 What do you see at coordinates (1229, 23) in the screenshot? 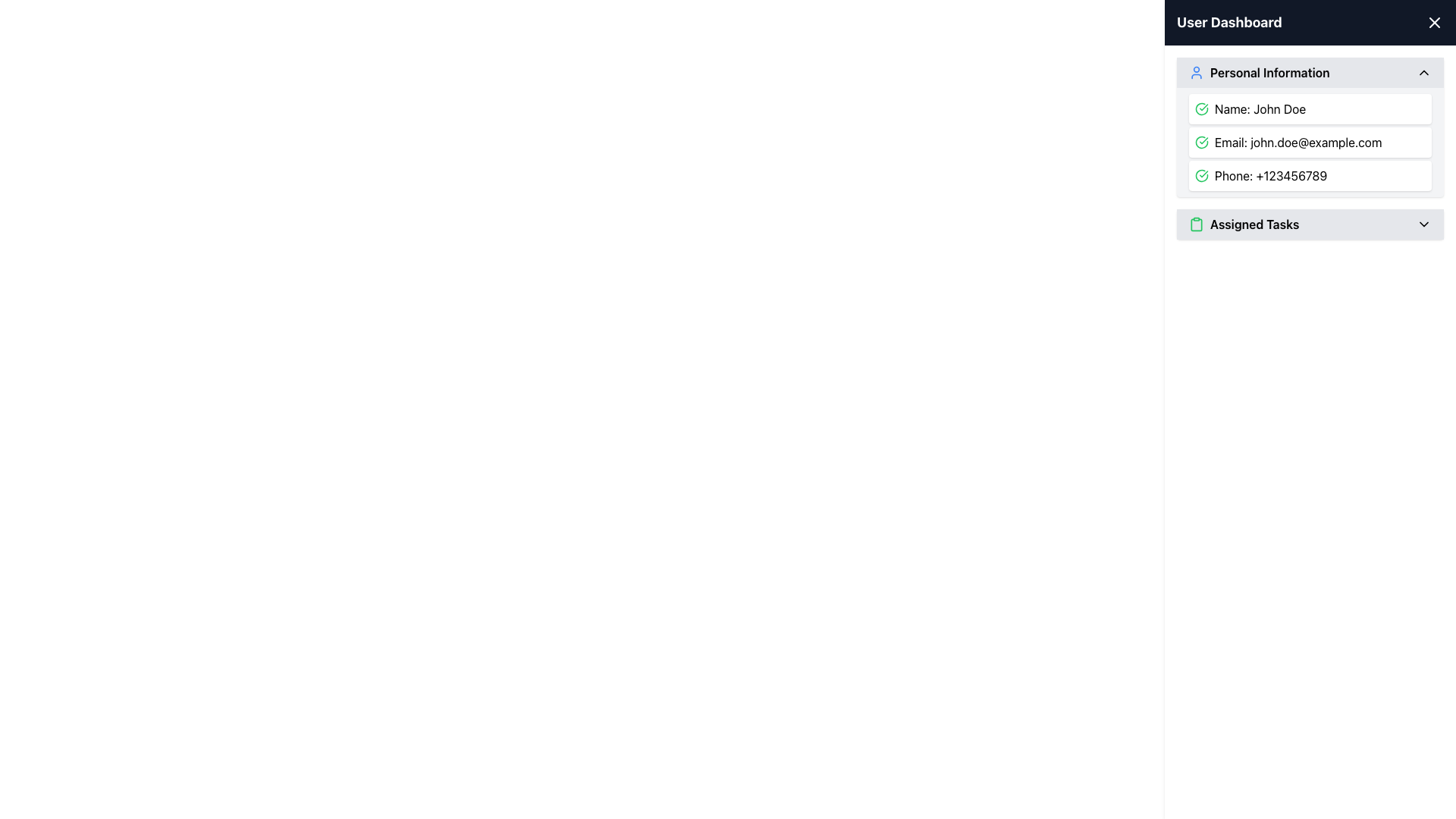
I see `the 'User Dashboard' text label, which is a bold, large white font on a dark blue background, located at the top of the sidebar` at bounding box center [1229, 23].